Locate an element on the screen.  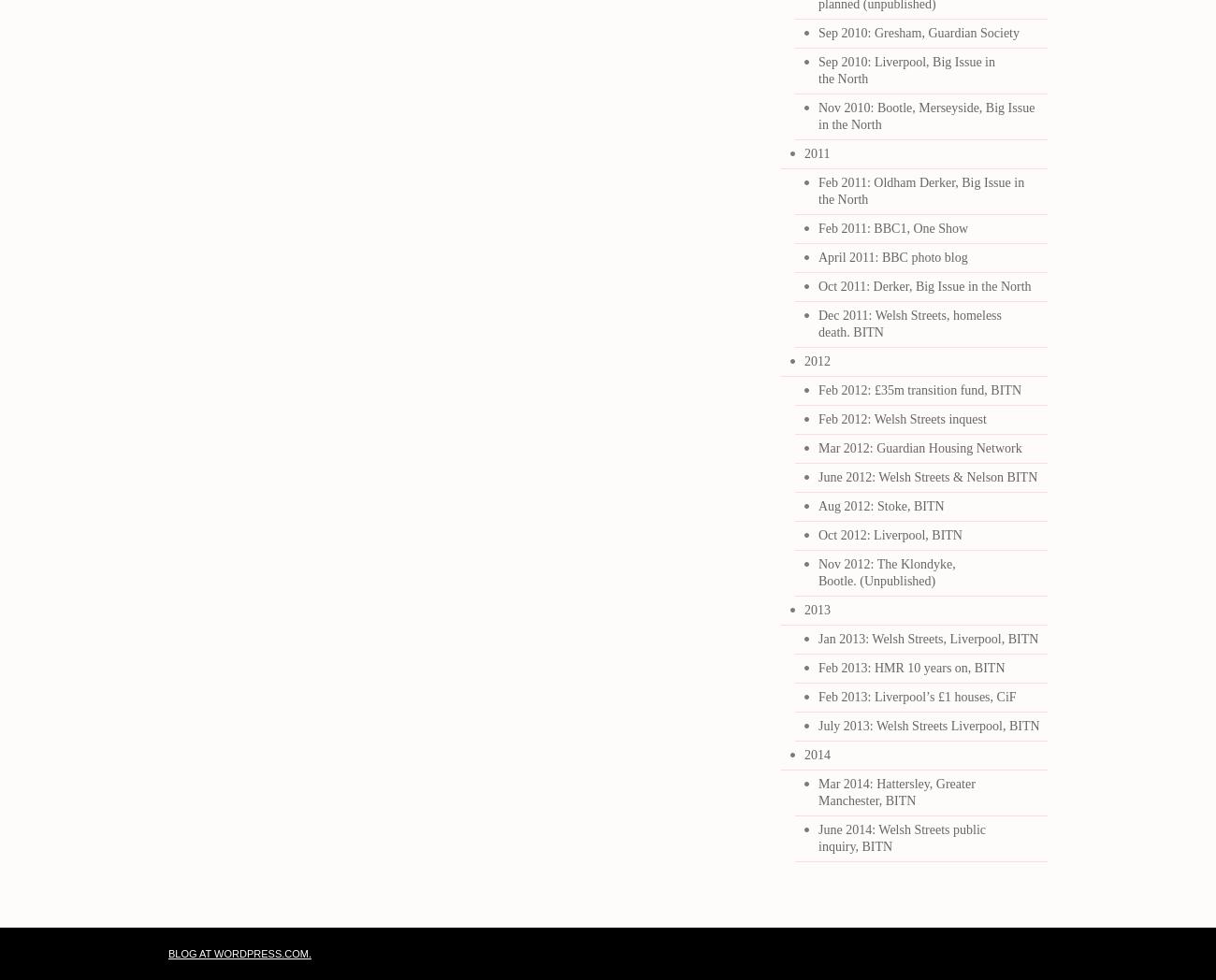
'Feb 2012: Welsh Streets inquest' is located at coordinates (902, 418).